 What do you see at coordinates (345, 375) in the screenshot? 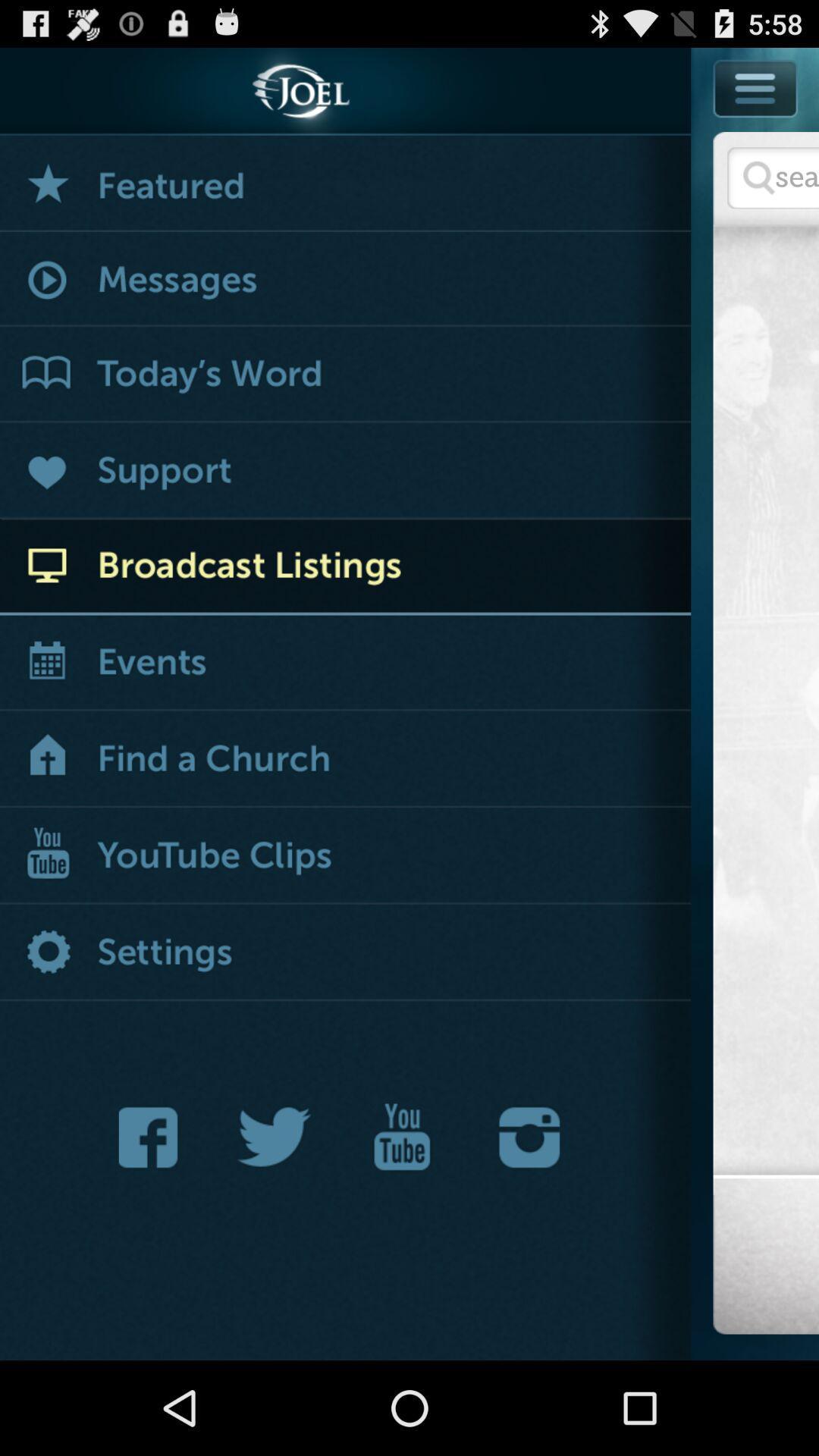
I see `see the word of the day` at bounding box center [345, 375].